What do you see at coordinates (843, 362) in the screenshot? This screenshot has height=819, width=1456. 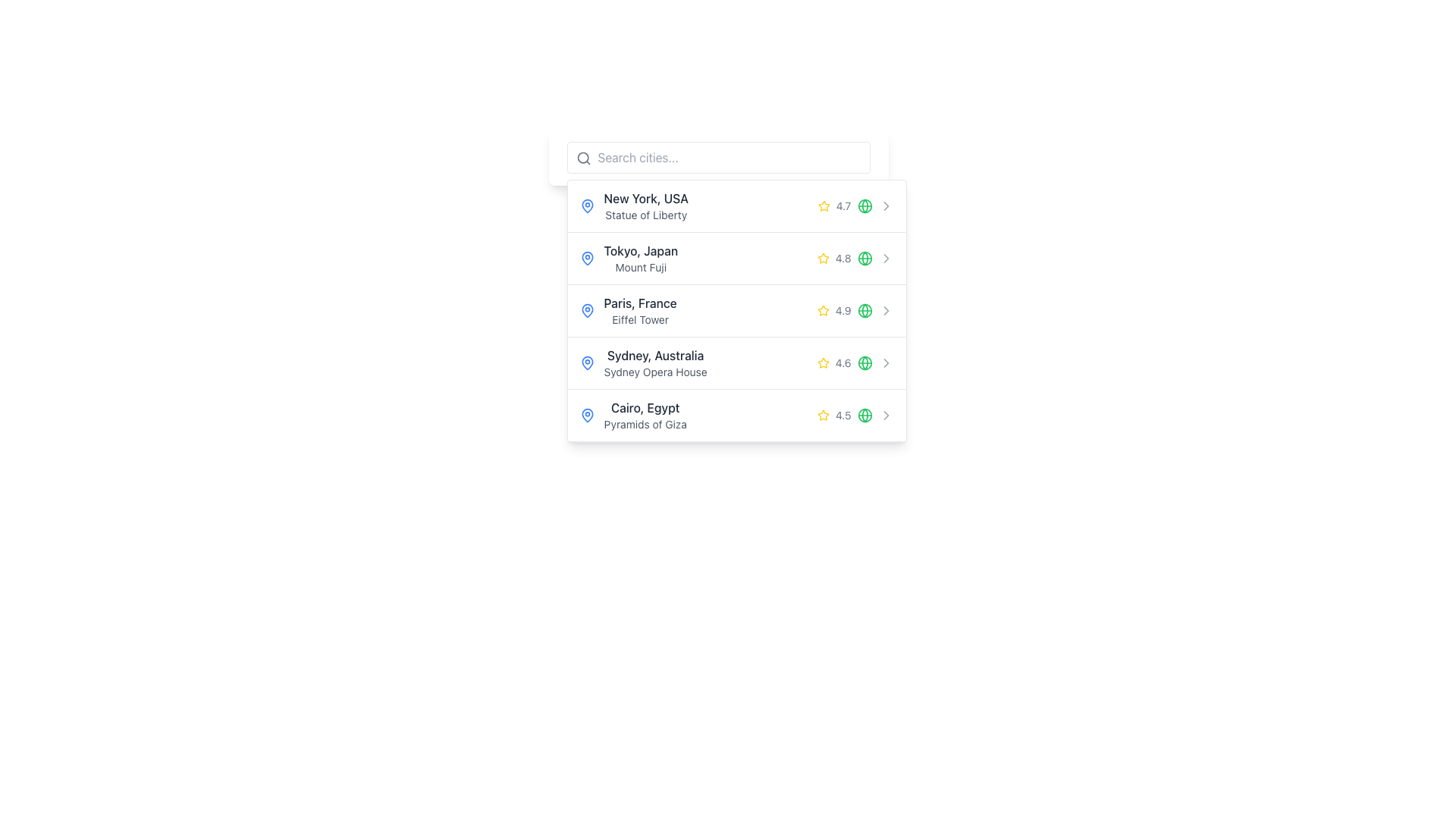 I see `the text label displaying the numerical rating for Sydney, Australia, located towards the right-hand side of the list item` at bounding box center [843, 362].